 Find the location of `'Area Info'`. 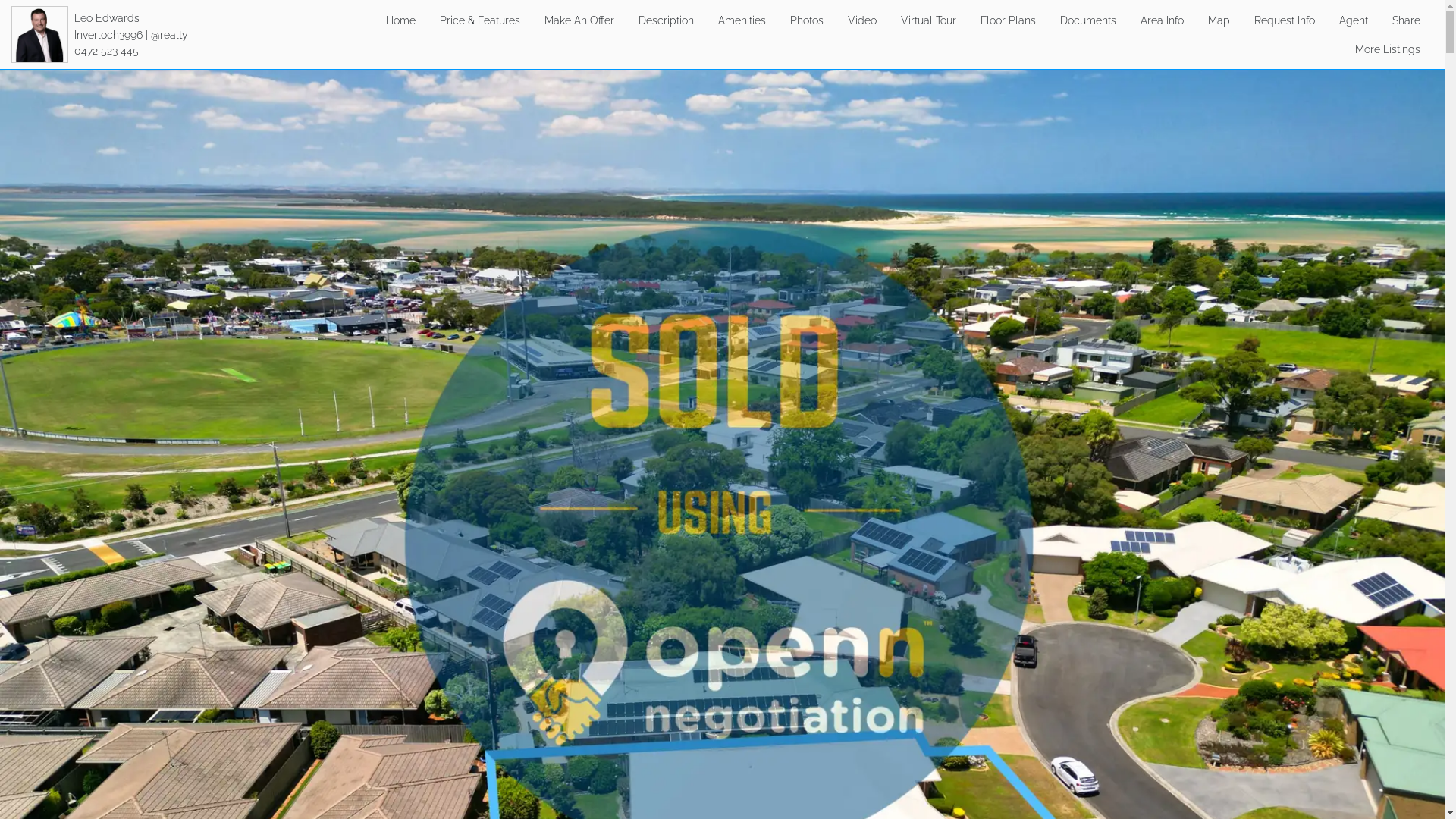

'Area Info' is located at coordinates (1161, 20).